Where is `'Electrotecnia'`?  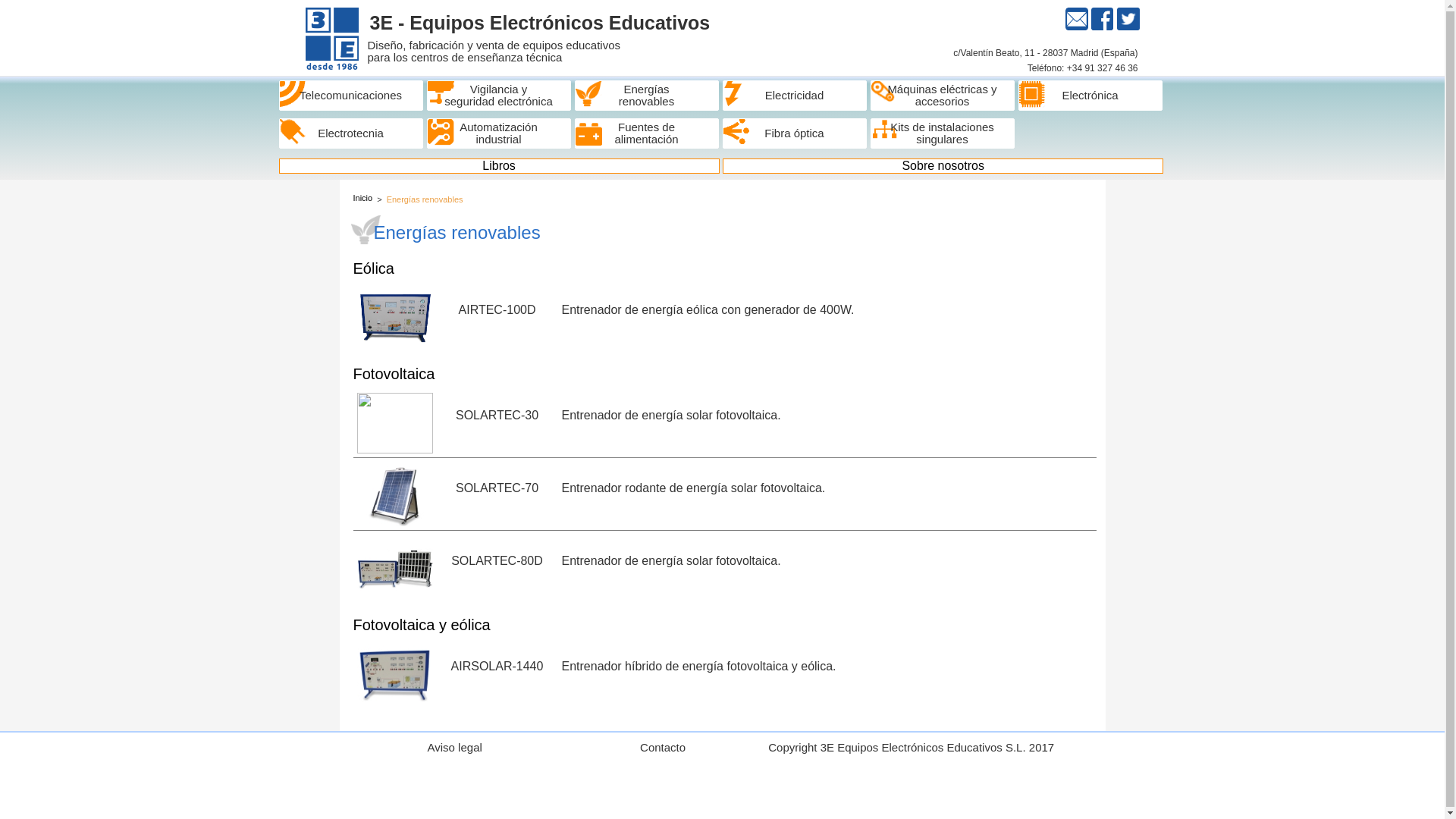
'Electrotecnia' is located at coordinates (279, 133).